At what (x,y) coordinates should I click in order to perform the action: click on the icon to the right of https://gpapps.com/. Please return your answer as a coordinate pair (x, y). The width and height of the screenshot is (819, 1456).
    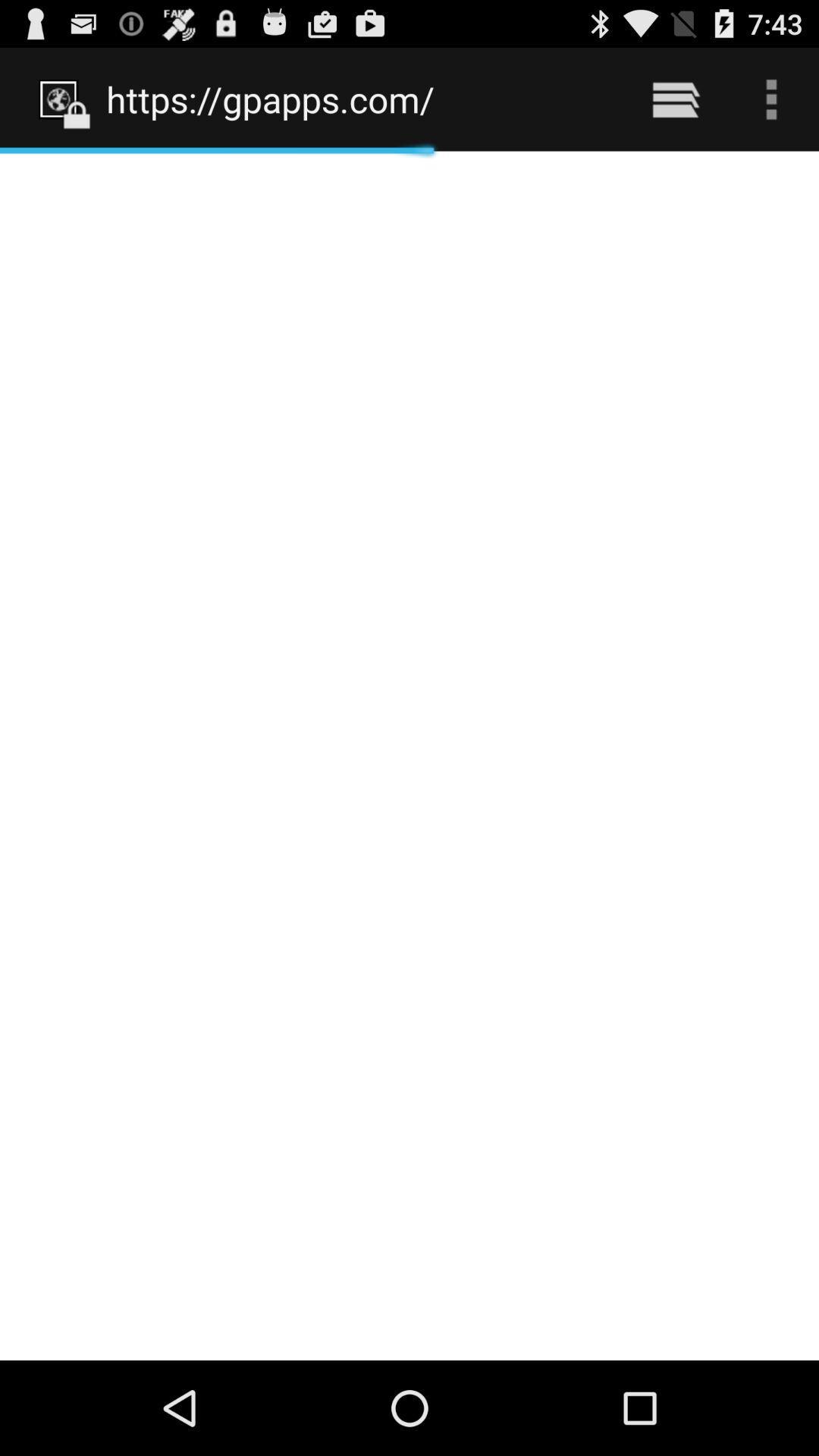
    Looking at the image, I should click on (675, 99).